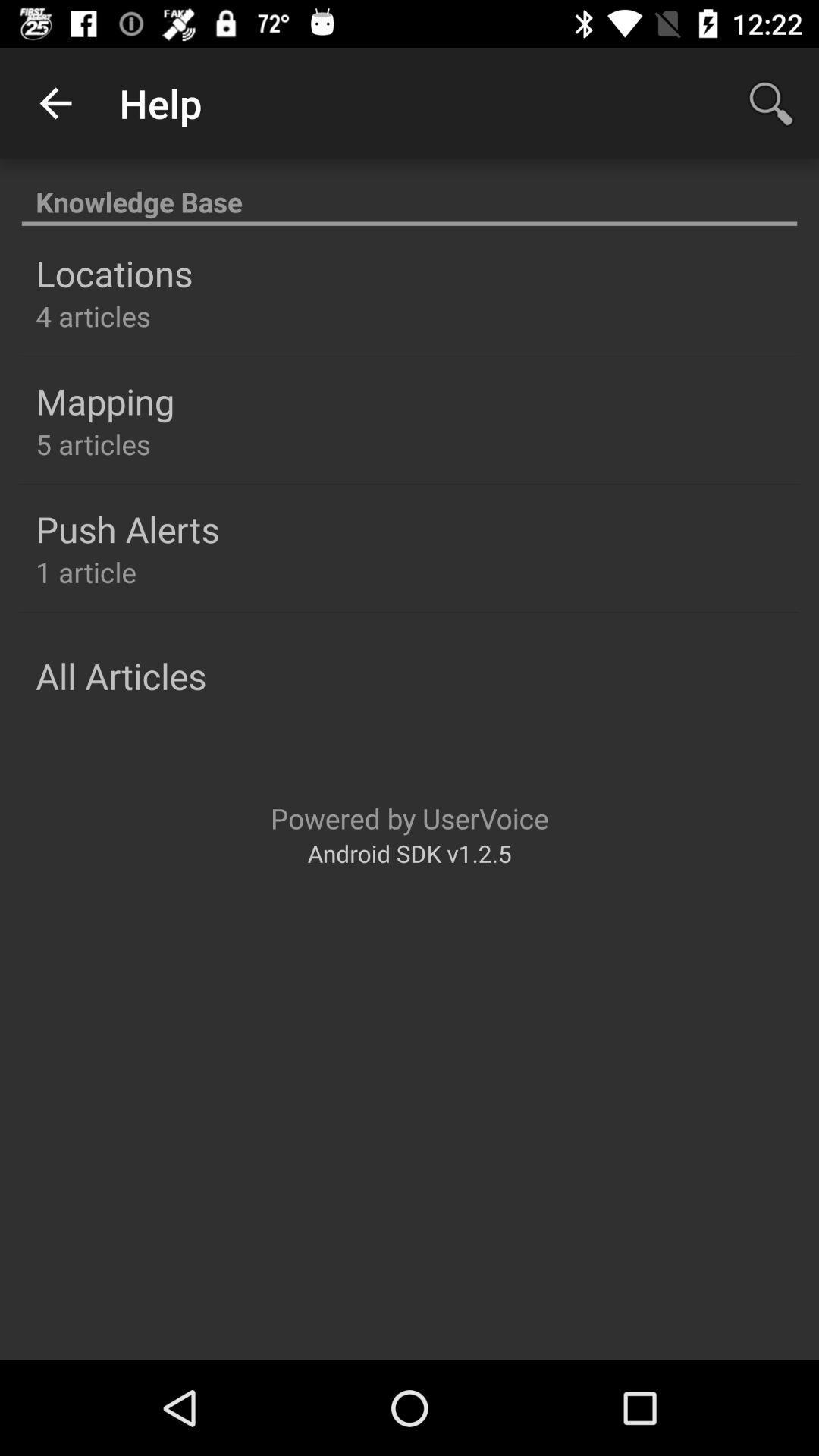 This screenshot has width=819, height=1456. Describe the element at coordinates (93, 443) in the screenshot. I see `item below the mapping item` at that location.